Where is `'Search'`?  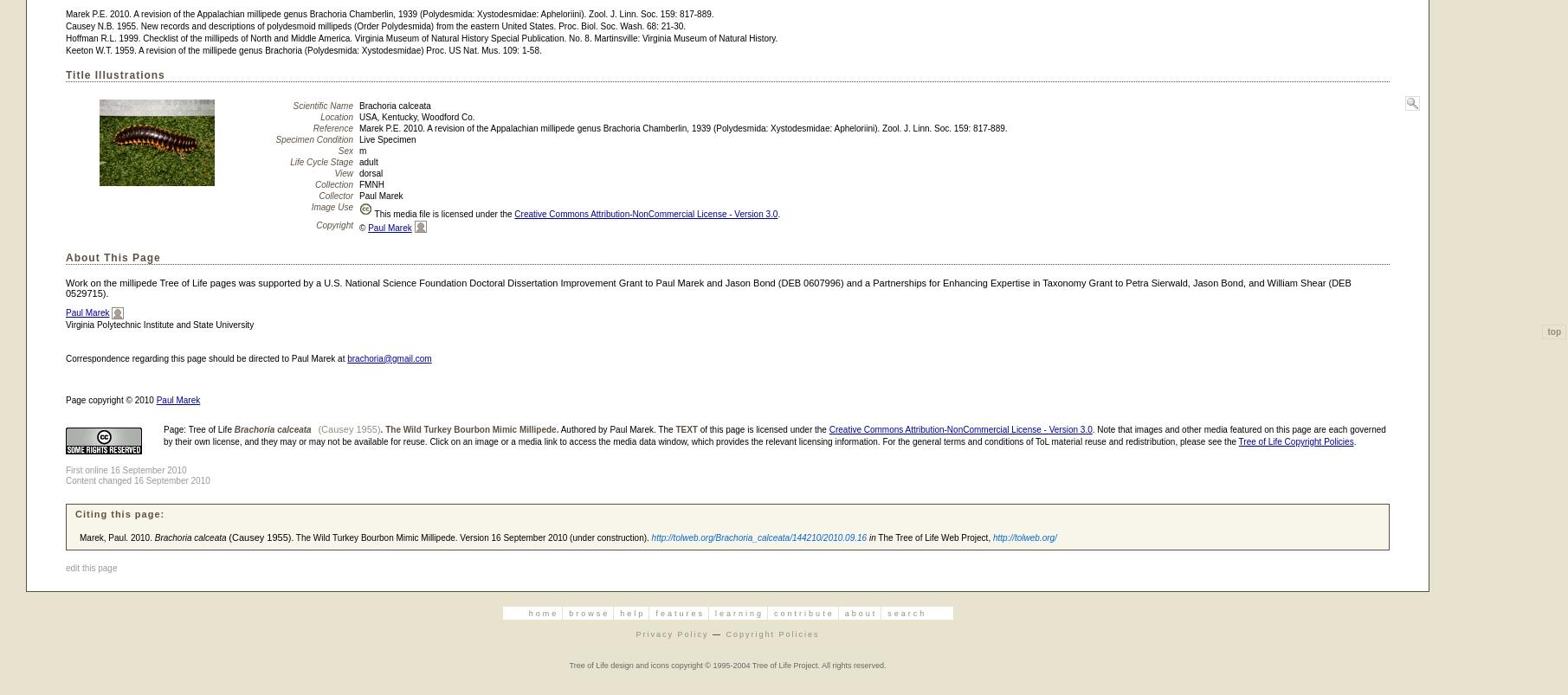
'Search' is located at coordinates (907, 612).